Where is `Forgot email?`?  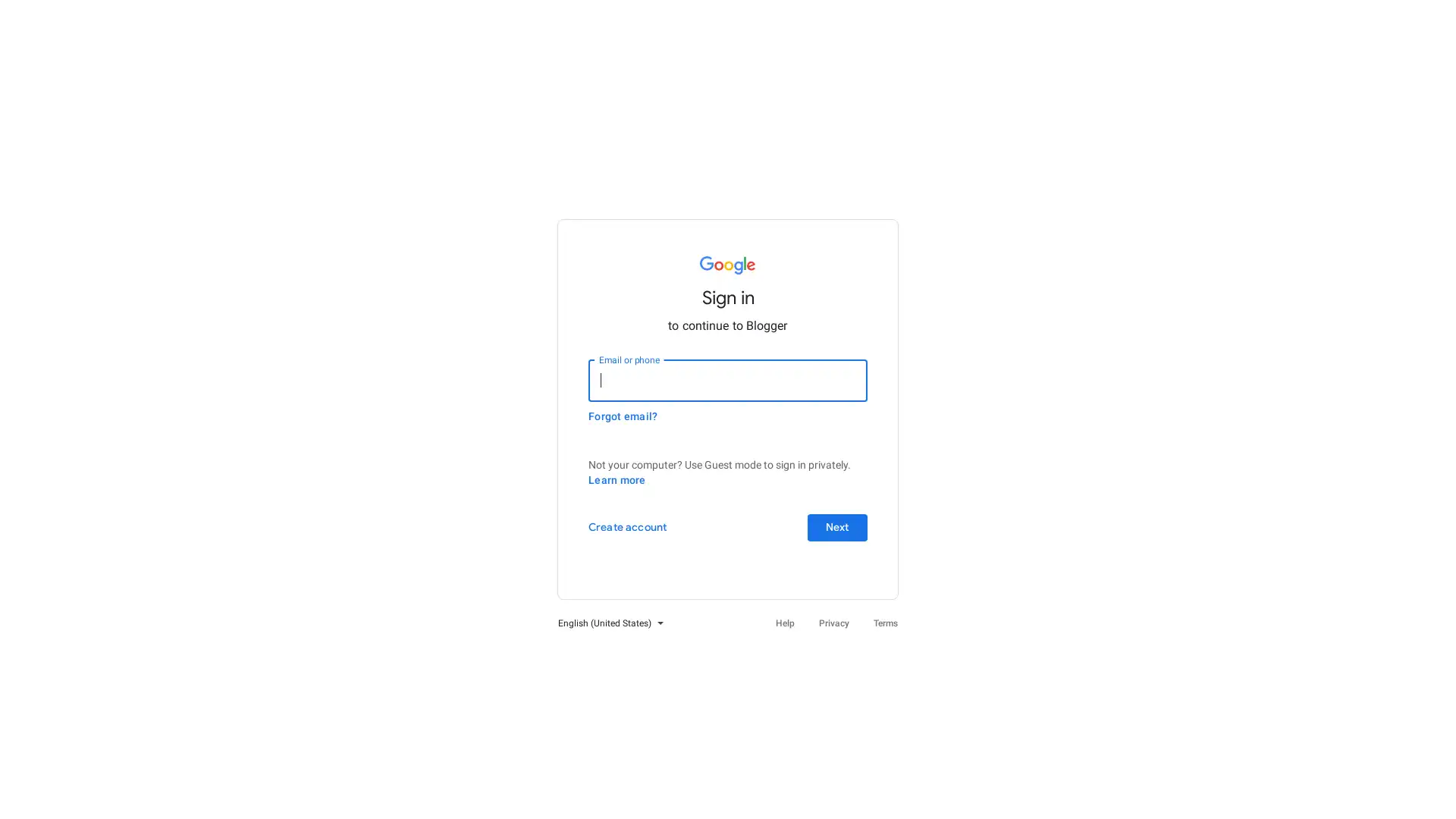
Forgot email? is located at coordinates (623, 415).